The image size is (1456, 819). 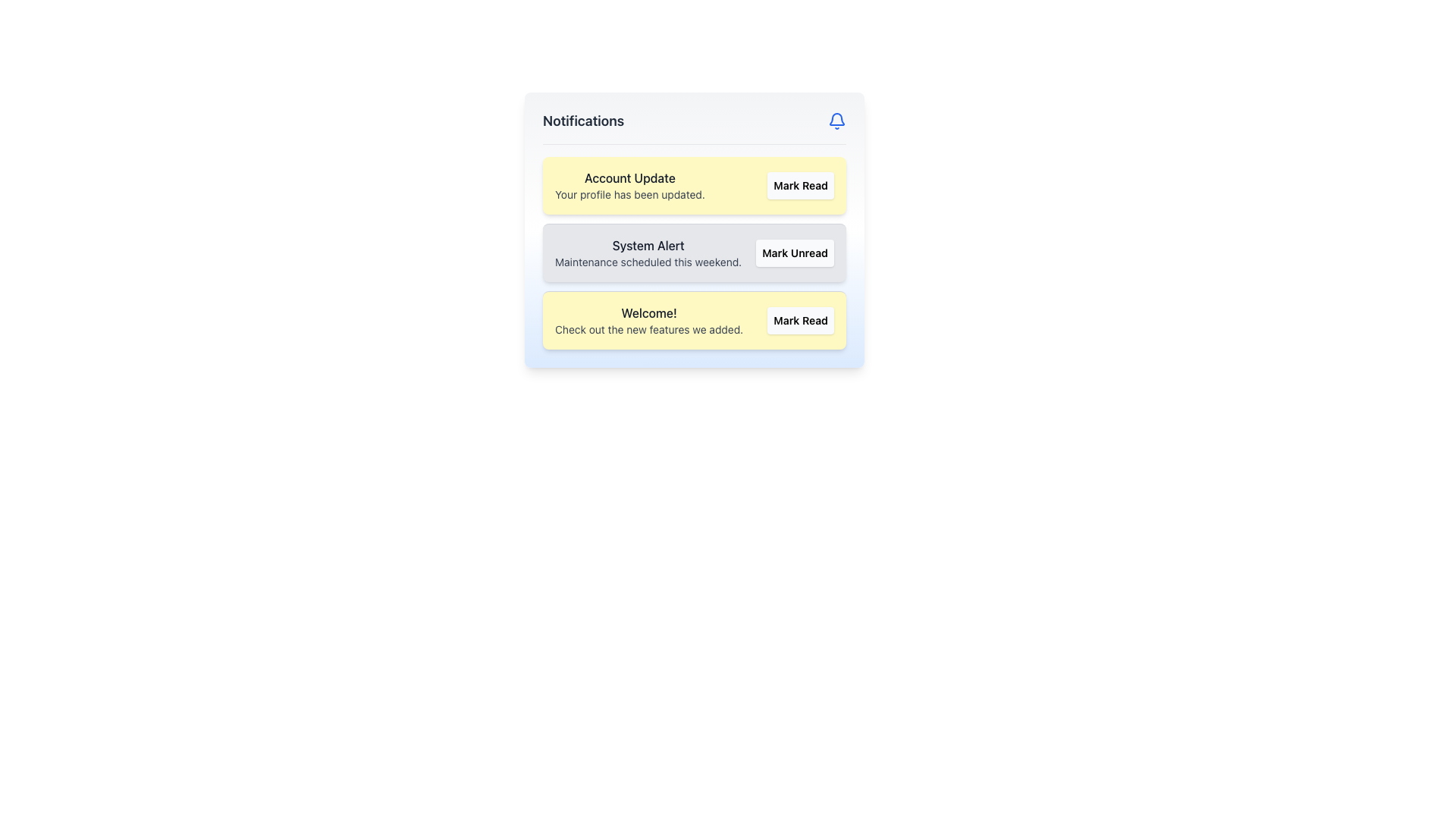 What do you see at coordinates (582, 120) in the screenshot?
I see `text from the 'Notifications' label, which is styled in bold and large font, located at the top-left corner of the notifications box` at bounding box center [582, 120].